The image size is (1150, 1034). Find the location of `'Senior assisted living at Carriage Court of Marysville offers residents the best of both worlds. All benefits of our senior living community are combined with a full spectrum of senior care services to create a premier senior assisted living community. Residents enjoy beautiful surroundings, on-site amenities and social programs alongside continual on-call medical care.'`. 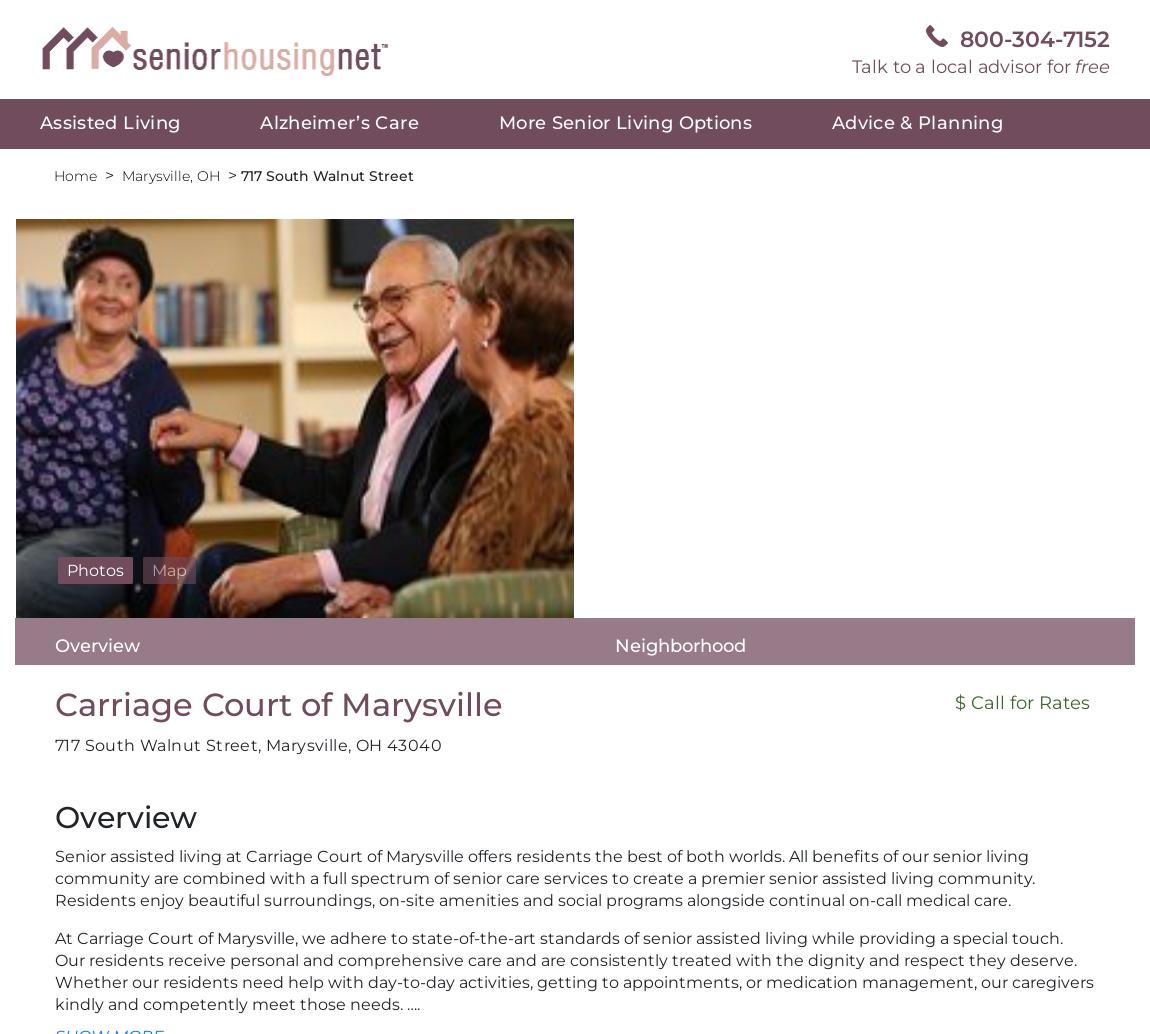

'Senior assisted living at Carriage Court of Marysville offers residents the best of both worlds. All benefits of our senior living community are combined with a full spectrum of senior care services to create a premier senior assisted living community. Residents enjoy beautiful surroundings, on-site amenities and social programs alongside continual on-call medical care.' is located at coordinates (544, 877).